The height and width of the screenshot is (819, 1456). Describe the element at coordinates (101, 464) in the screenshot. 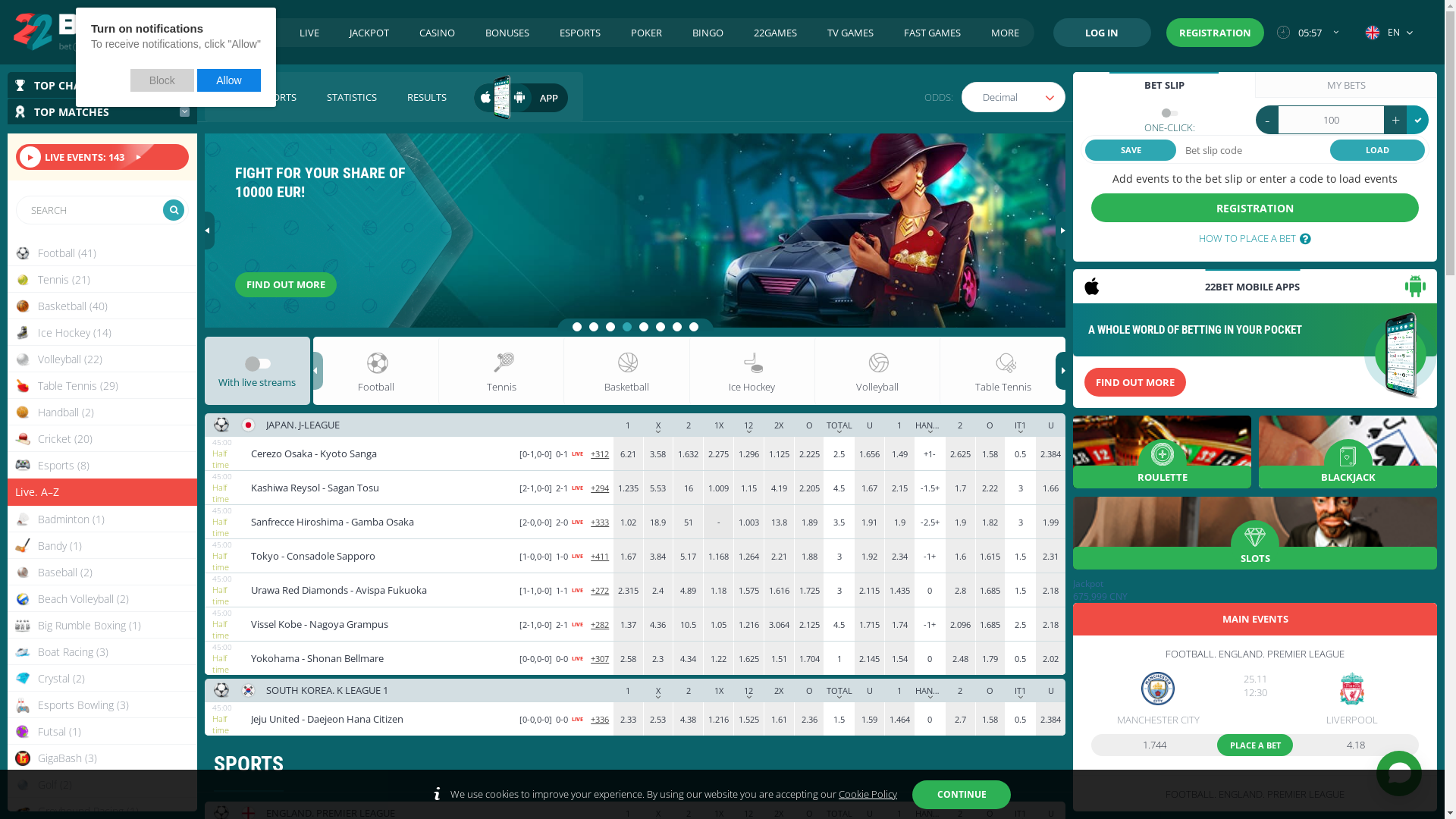

I see `'Esports` at that location.